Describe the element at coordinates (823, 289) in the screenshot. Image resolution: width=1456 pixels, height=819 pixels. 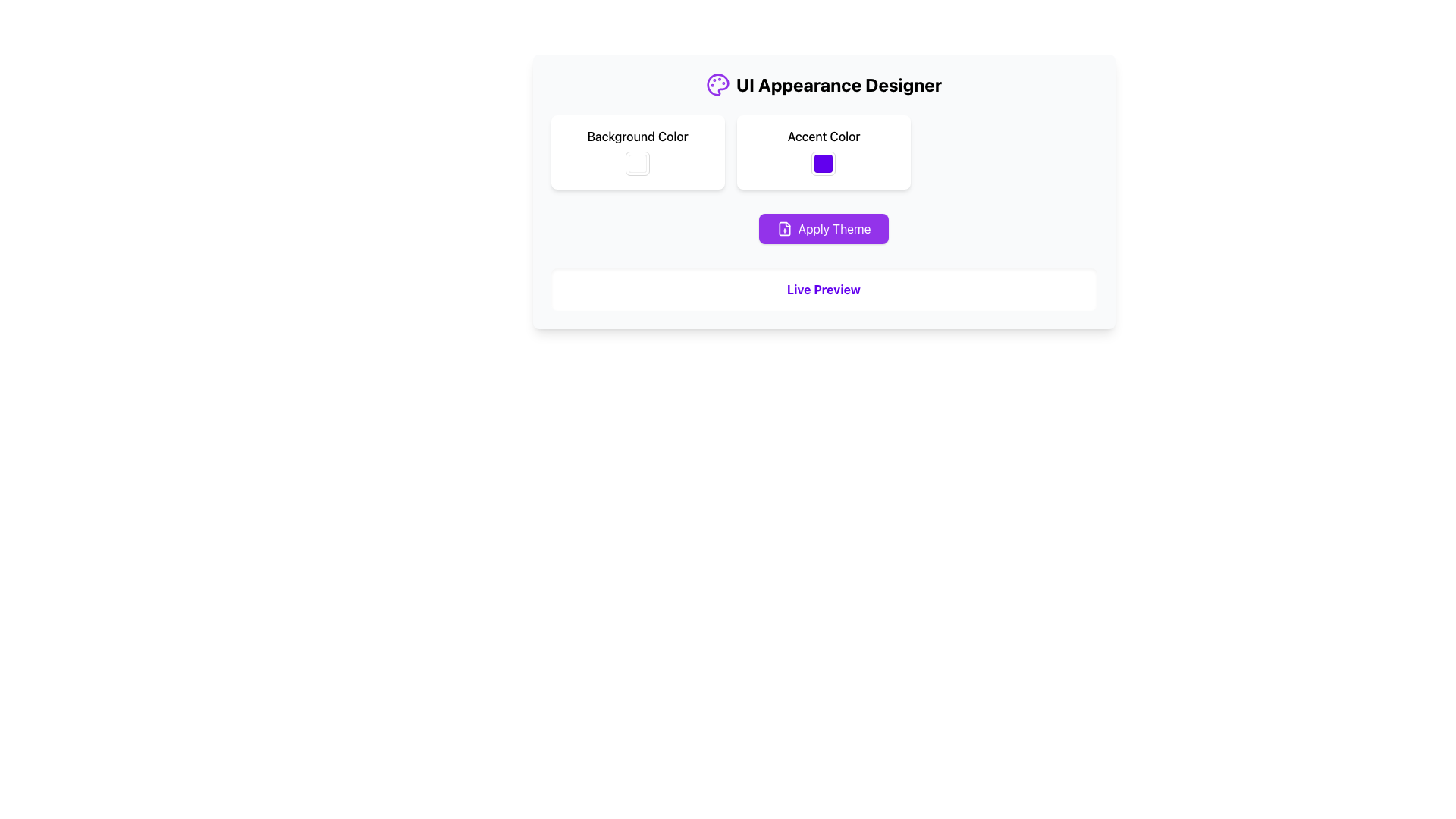
I see `the informational display label at the bottom of the 'UI Appearance Designer' card, which provides a preview of the theme or changes made above` at that location.